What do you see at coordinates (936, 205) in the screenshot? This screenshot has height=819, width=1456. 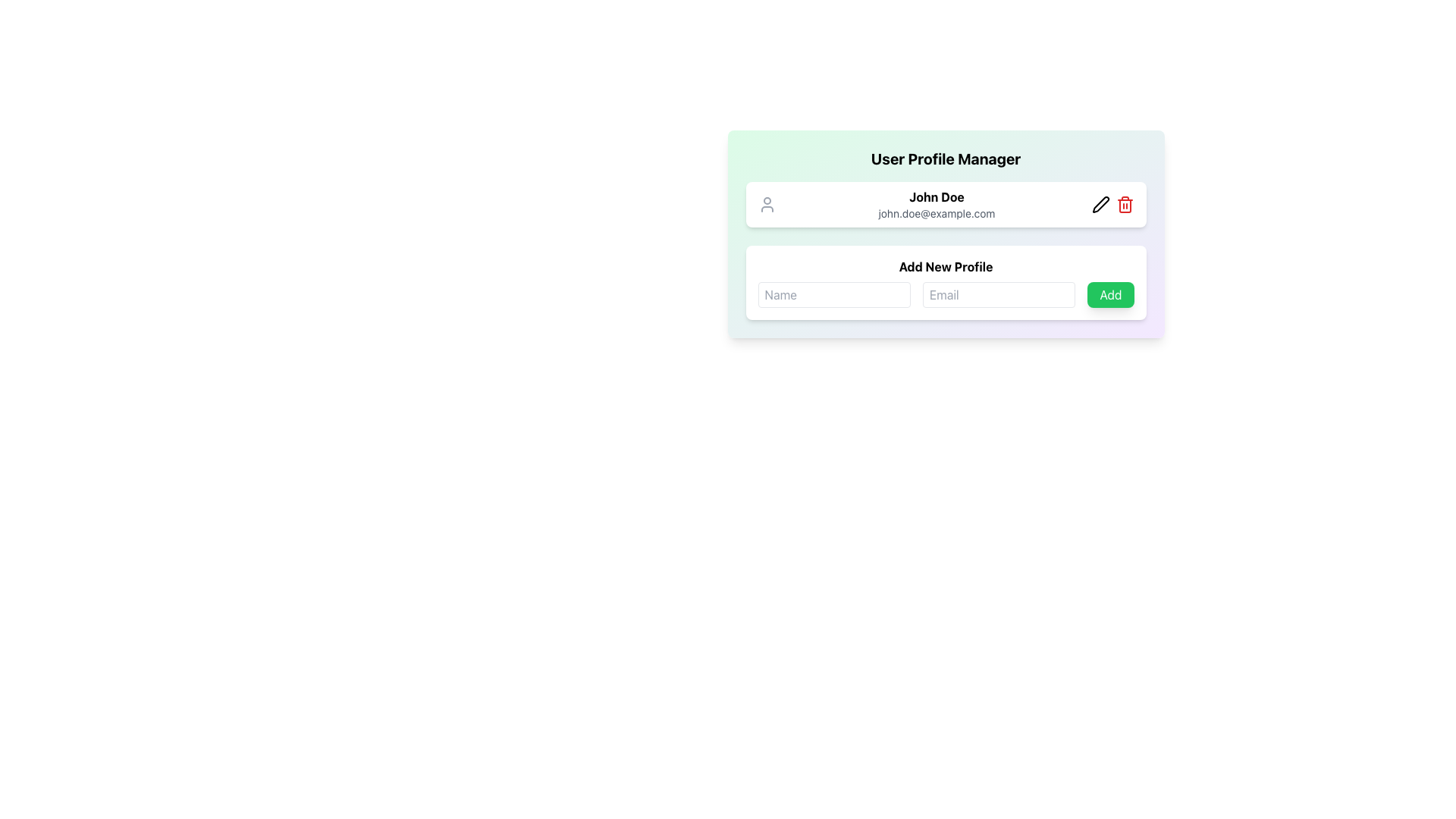 I see `displayed user information from the Text Display that shows the name 'John Doe' and the email 'john.doe@example.com'` at bounding box center [936, 205].